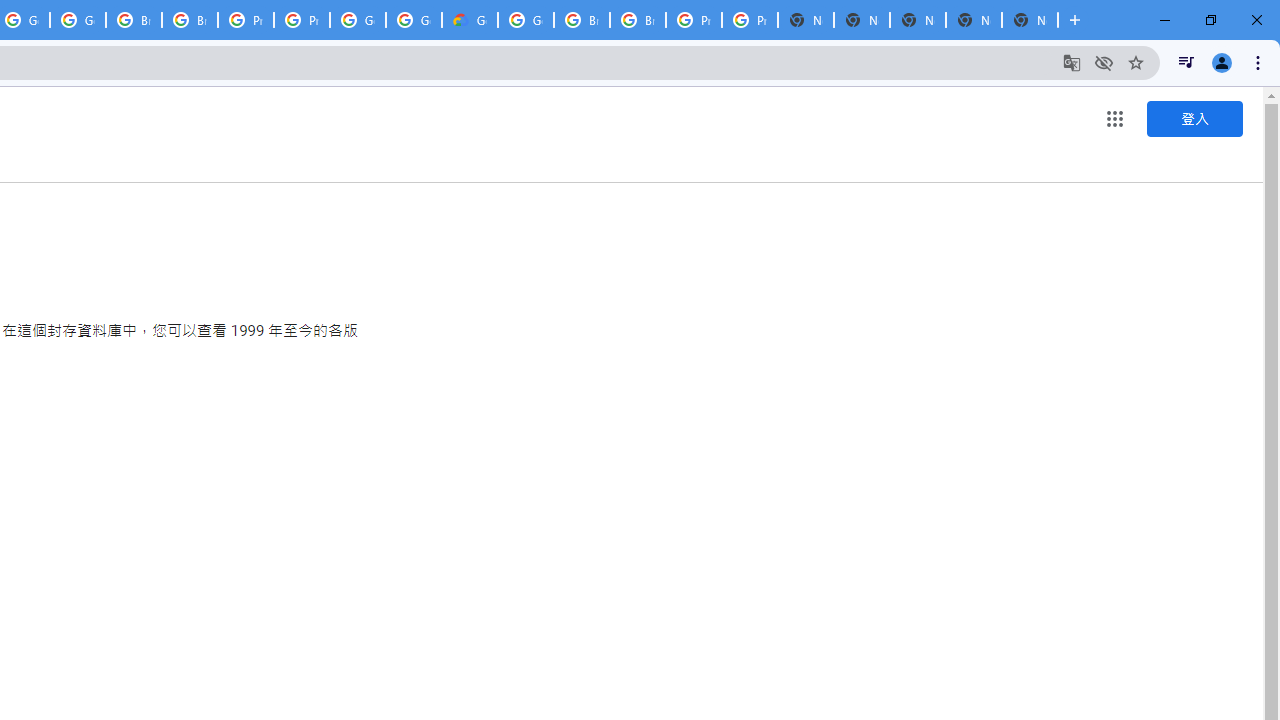 The width and height of the screenshot is (1280, 720). What do you see at coordinates (581, 20) in the screenshot?
I see `'Browse Chrome as a guest - Computer - Google Chrome Help'` at bounding box center [581, 20].